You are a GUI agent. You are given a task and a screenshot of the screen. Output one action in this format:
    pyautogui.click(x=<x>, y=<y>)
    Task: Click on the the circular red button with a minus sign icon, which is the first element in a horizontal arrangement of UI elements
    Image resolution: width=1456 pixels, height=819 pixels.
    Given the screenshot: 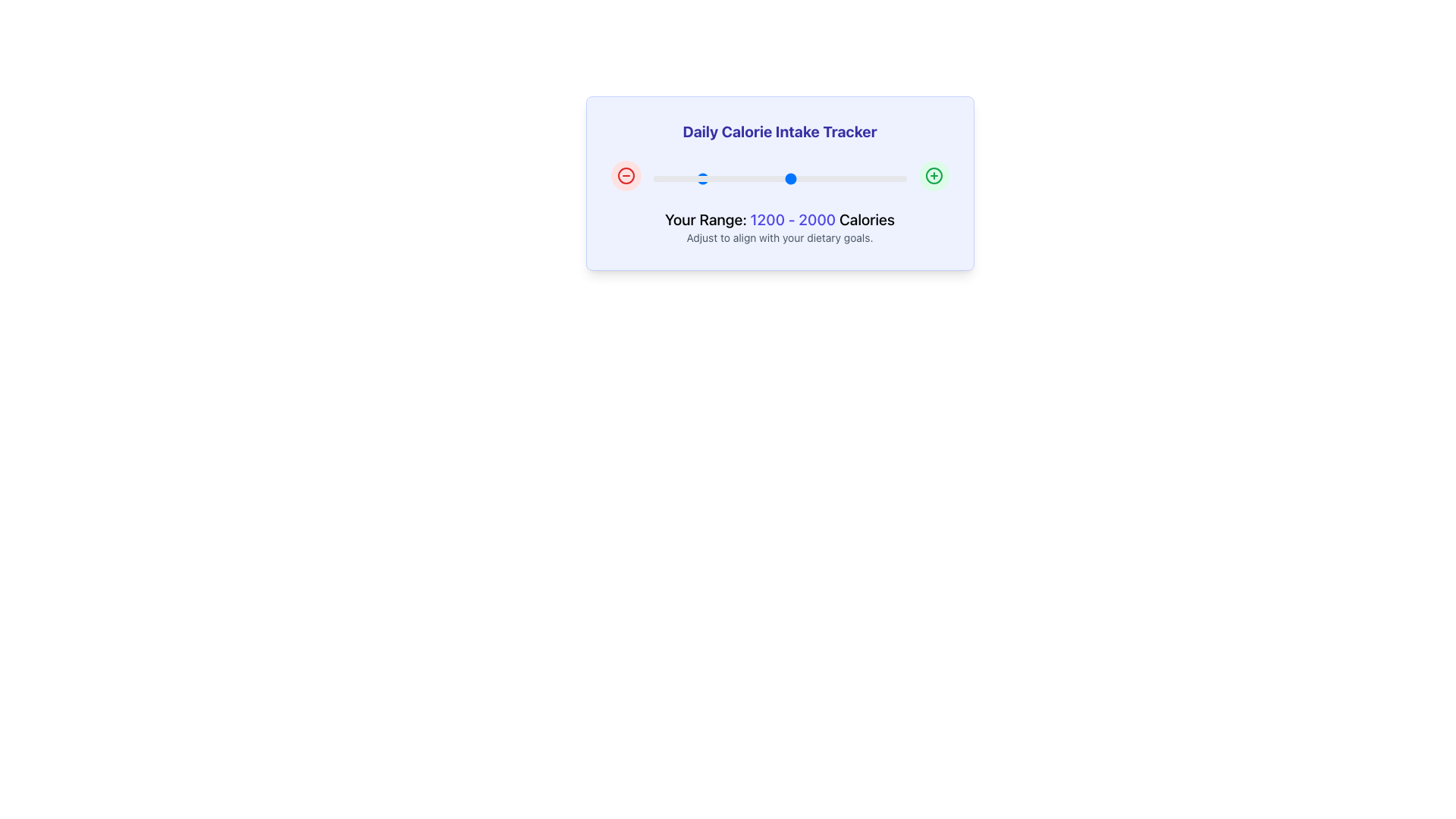 What is the action you would take?
    pyautogui.click(x=626, y=174)
    